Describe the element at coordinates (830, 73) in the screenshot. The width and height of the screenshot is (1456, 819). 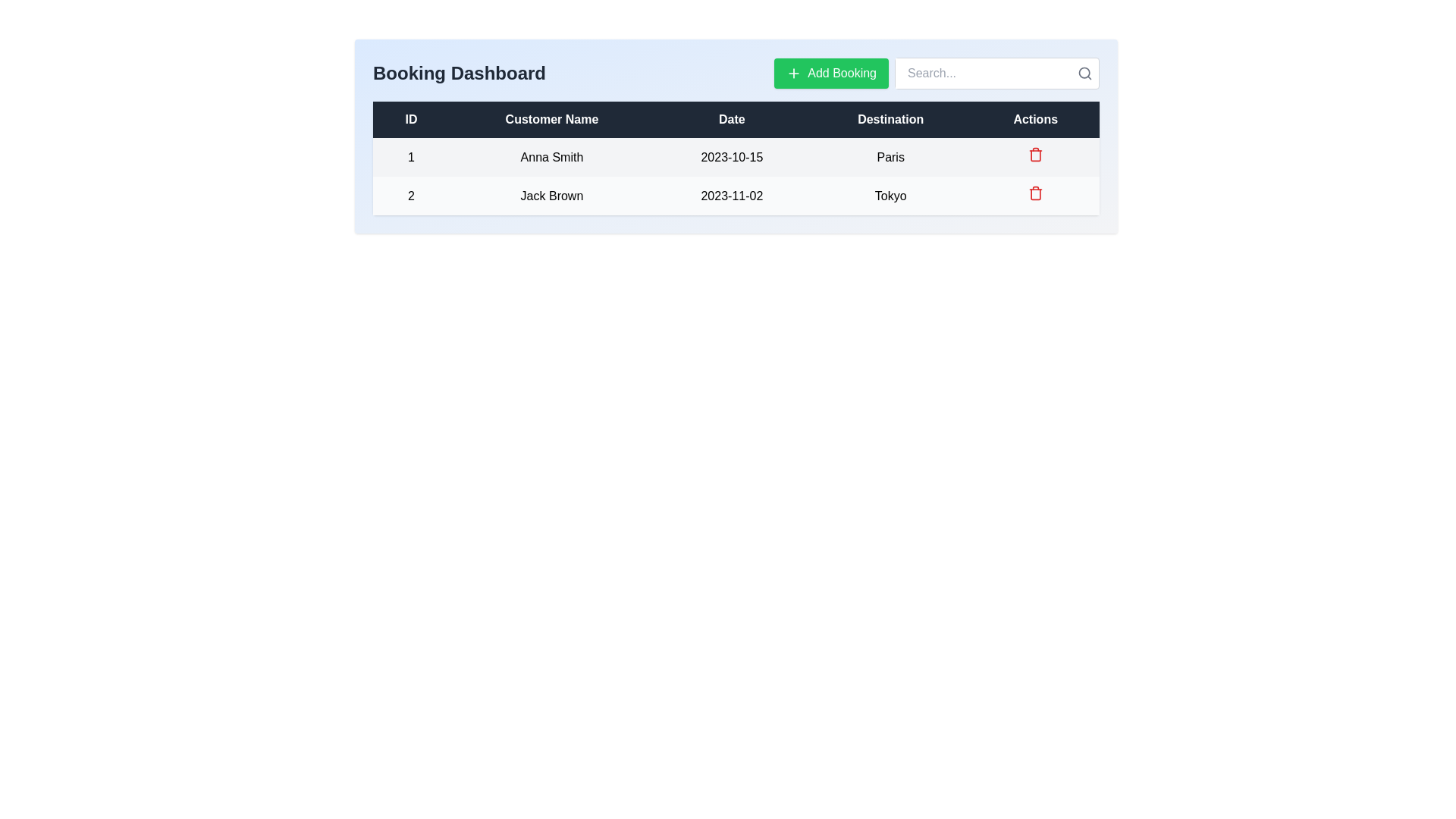
I see `the rectangular green button labeled 'Add Booking' with a white plus icon` at that location.